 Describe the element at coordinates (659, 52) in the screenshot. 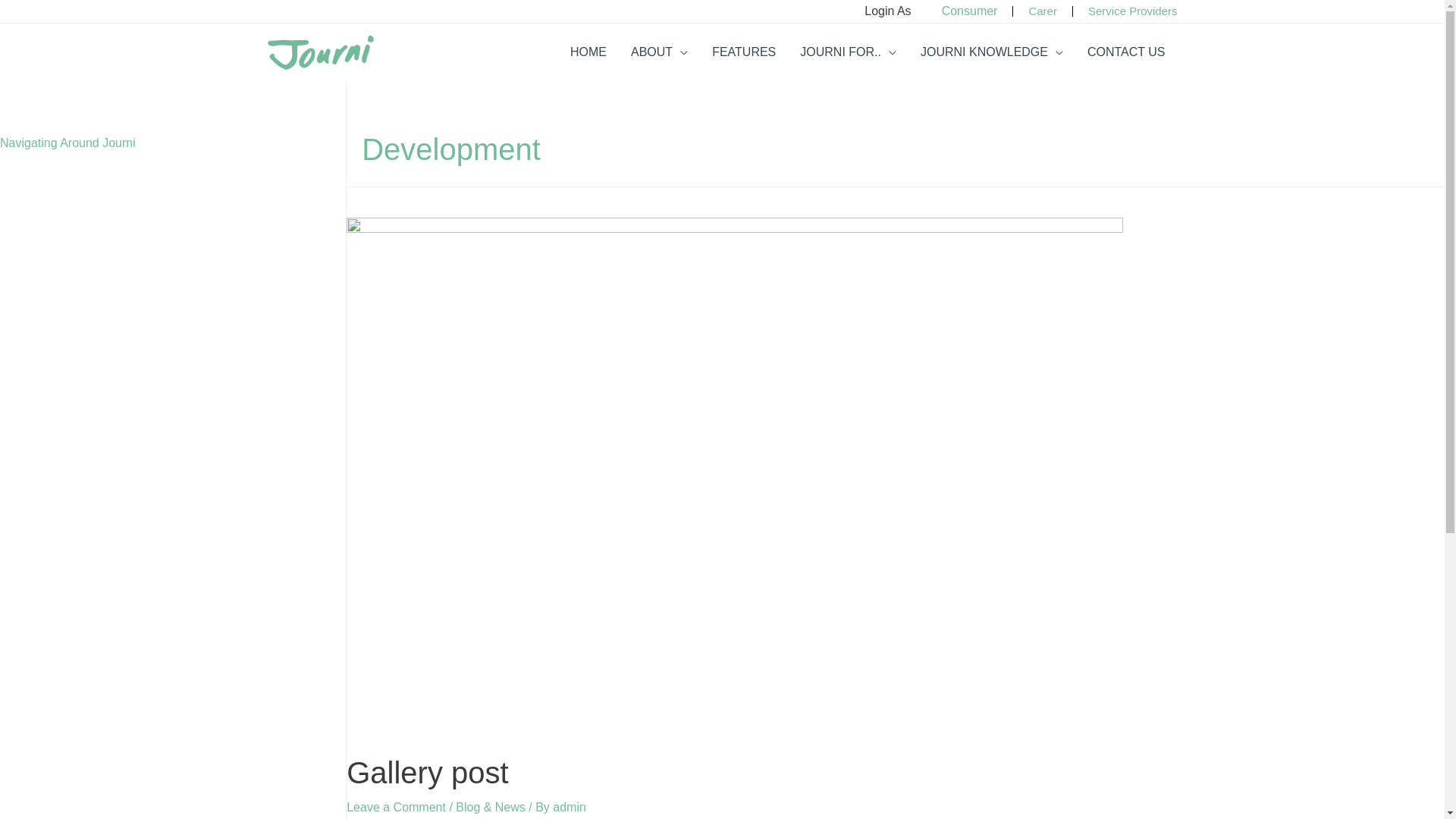

I see `'ABOUT'` at that location.